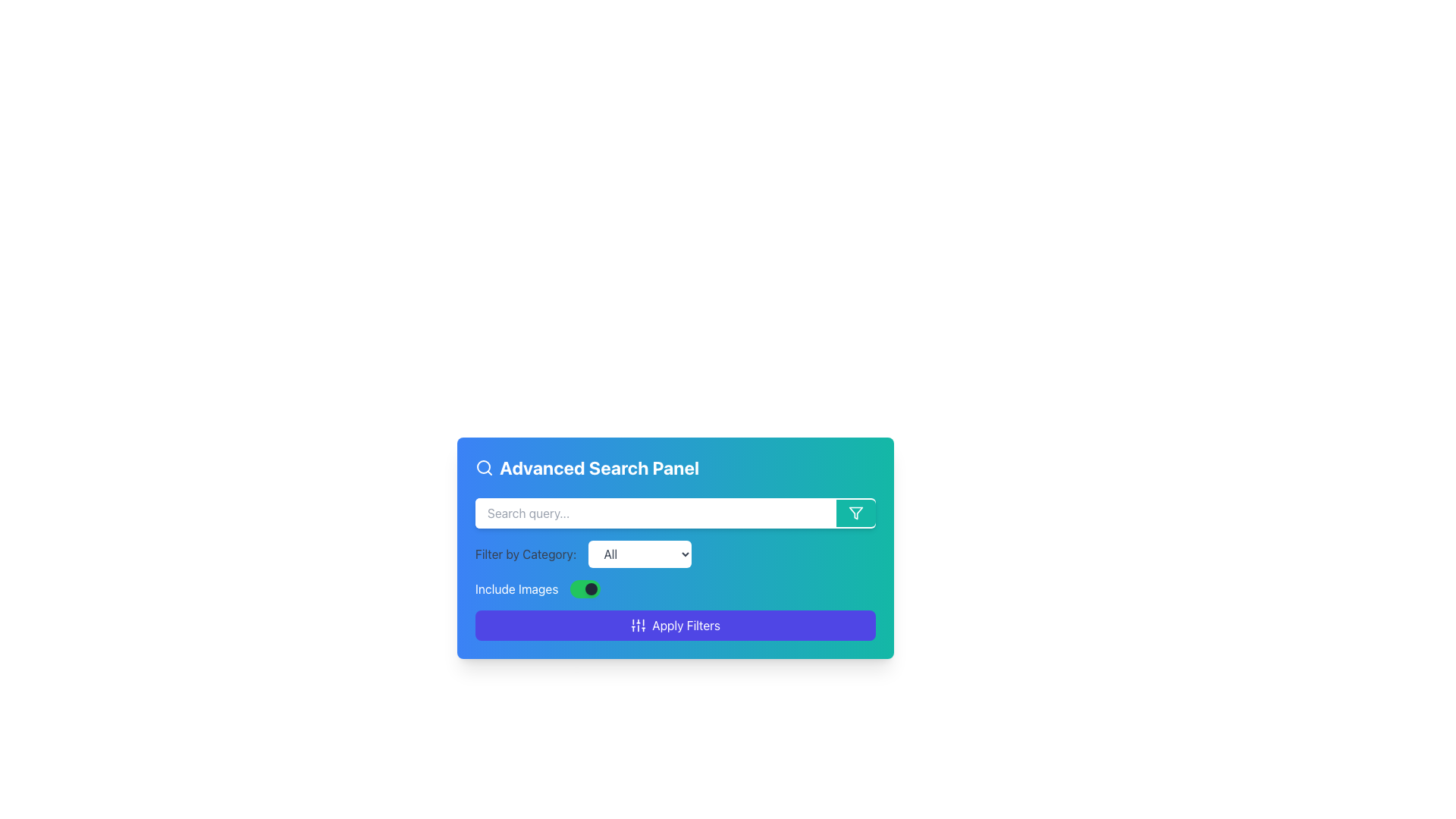  What do you see at coordinates (855, 513) in the screenshot?
I see `the button located at the right end of the search bar to apply the filter based on the current search settings` at bounding box center [855, 513].